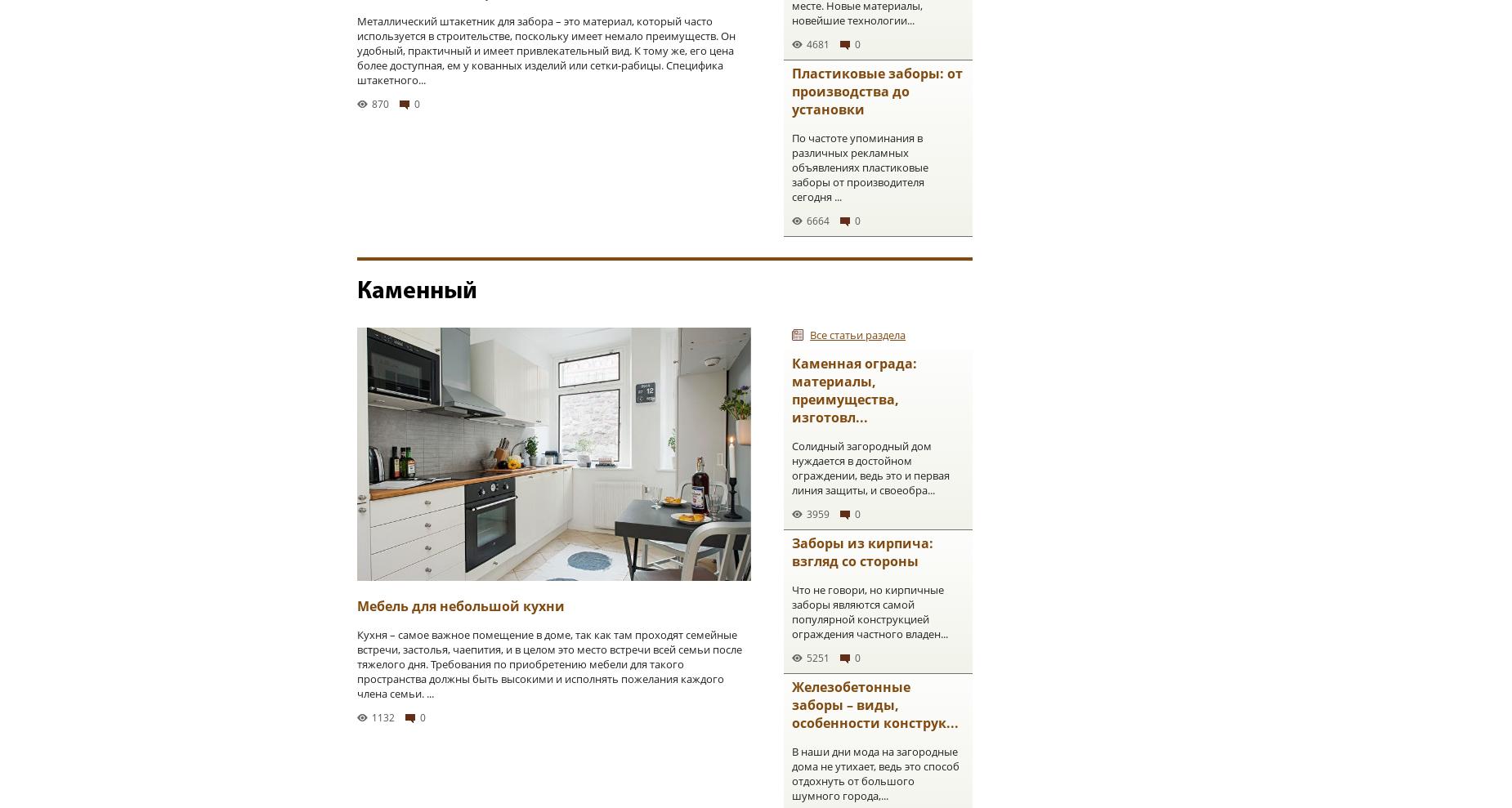 Image resolution: width=1512 pixels, height=808 pixels. Describe the element at coordinates (853, 389) in the screenshot. I see `'Каменная ограда: материалы, преимущества, изготовл...'` at that location.